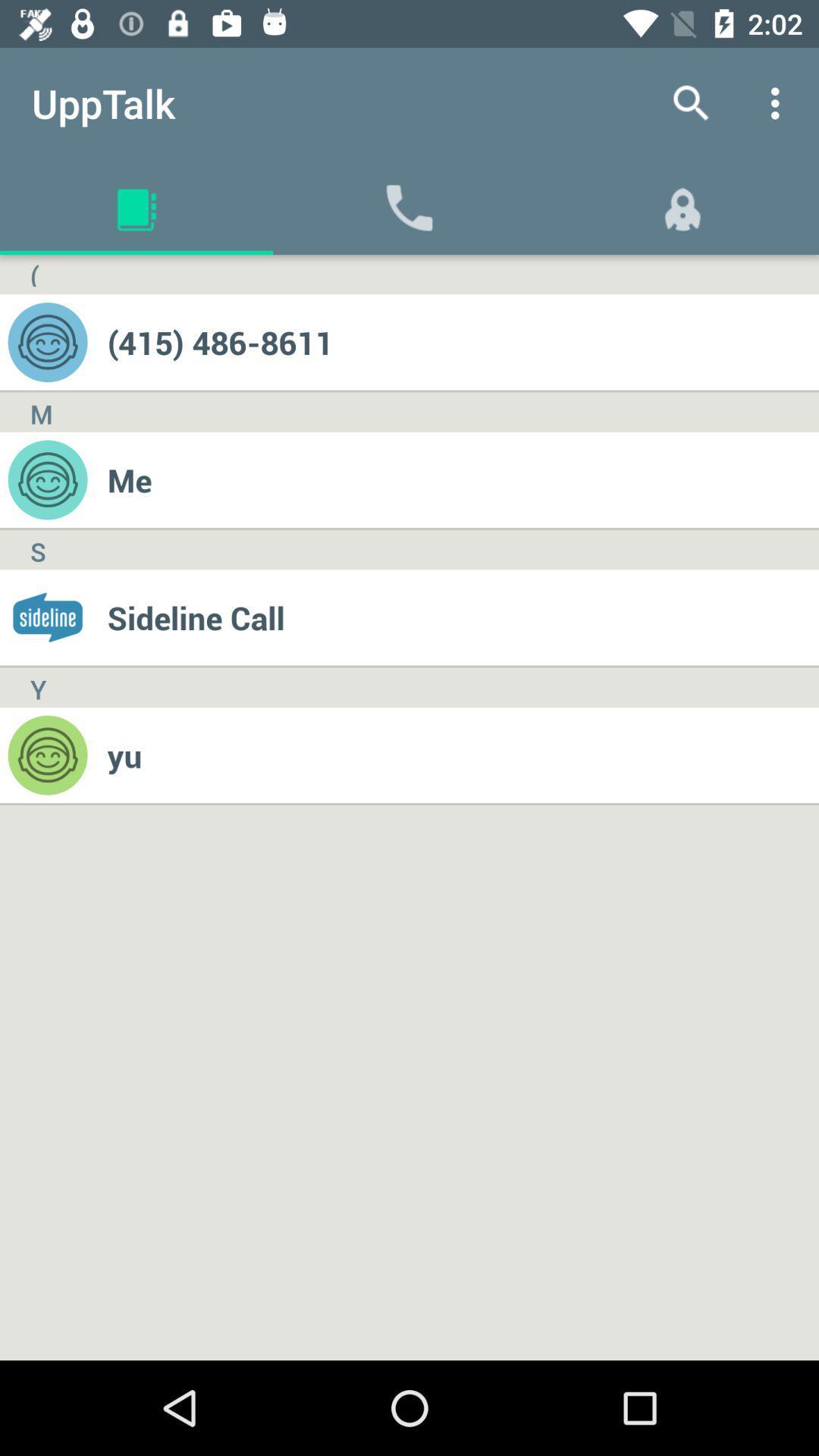 This screenshot has height=1456, width=819. I want to click on the icon which is left to the phone icon, so click(136, 206).